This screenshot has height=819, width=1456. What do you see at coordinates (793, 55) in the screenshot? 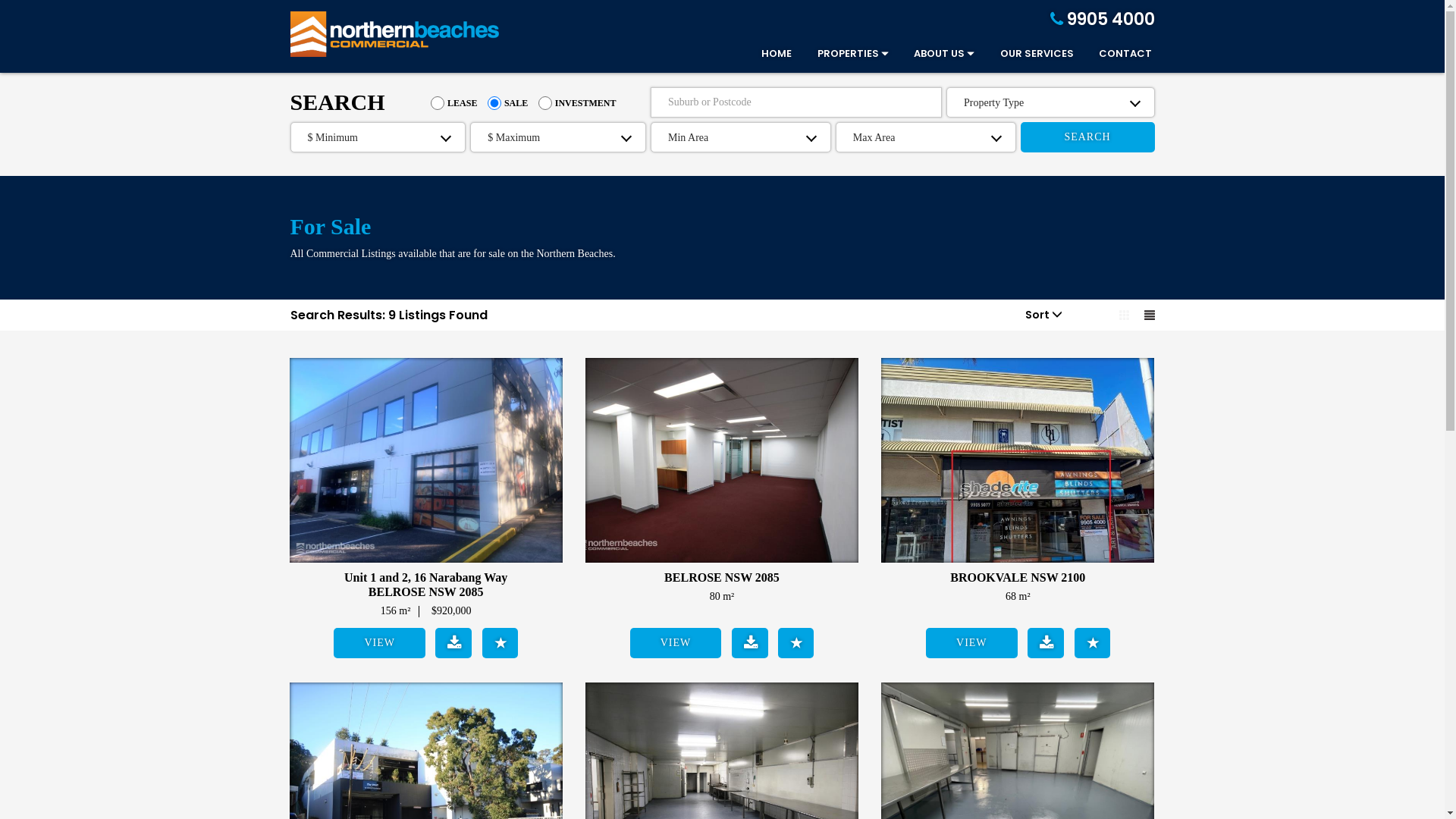
I see `'PROPERTIES'` at bounding box center [793, 55].